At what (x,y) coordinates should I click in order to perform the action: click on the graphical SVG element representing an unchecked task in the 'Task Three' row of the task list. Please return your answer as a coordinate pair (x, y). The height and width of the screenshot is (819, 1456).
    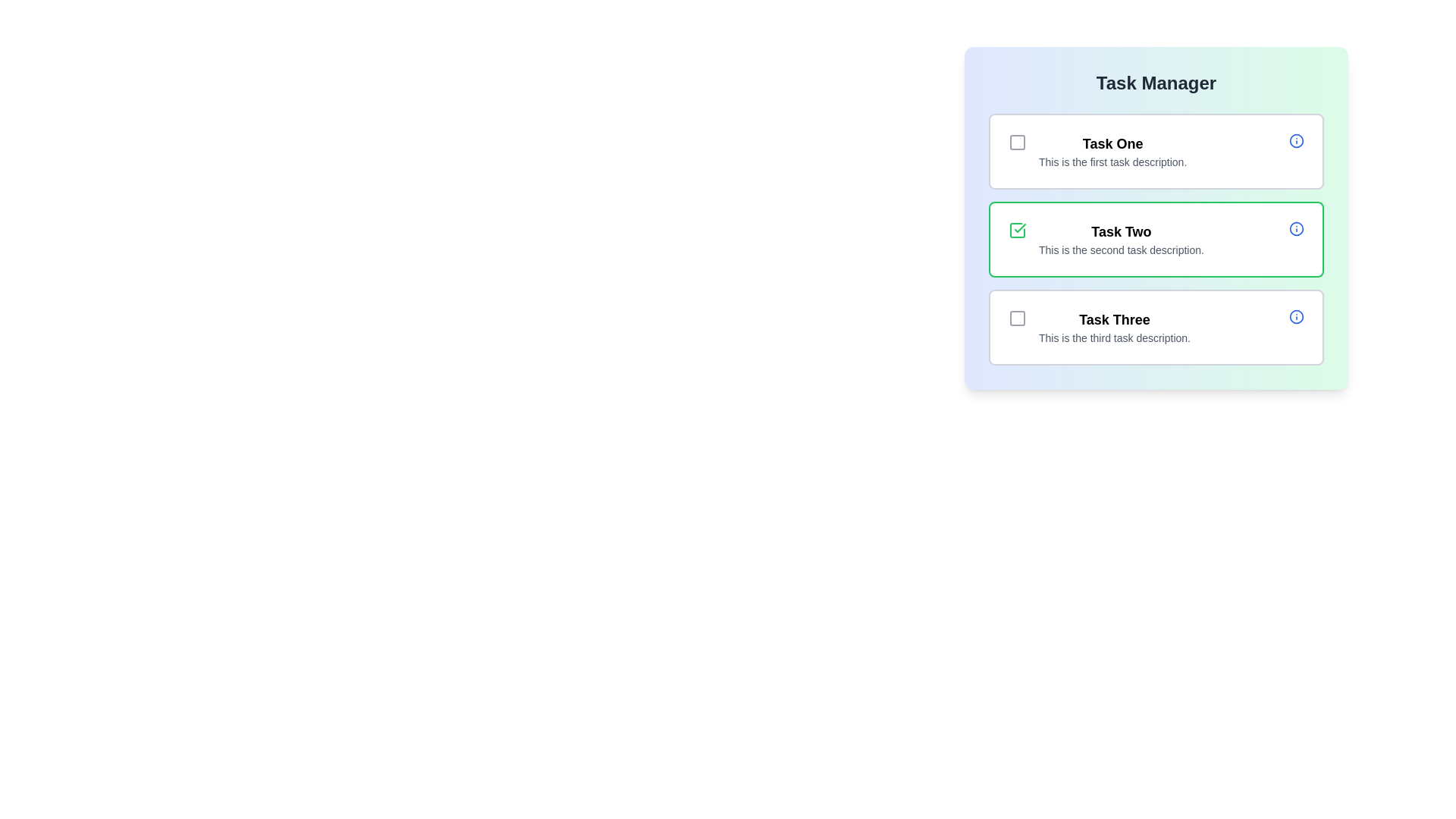
    Looking at the image, I should click on (1018, 318).